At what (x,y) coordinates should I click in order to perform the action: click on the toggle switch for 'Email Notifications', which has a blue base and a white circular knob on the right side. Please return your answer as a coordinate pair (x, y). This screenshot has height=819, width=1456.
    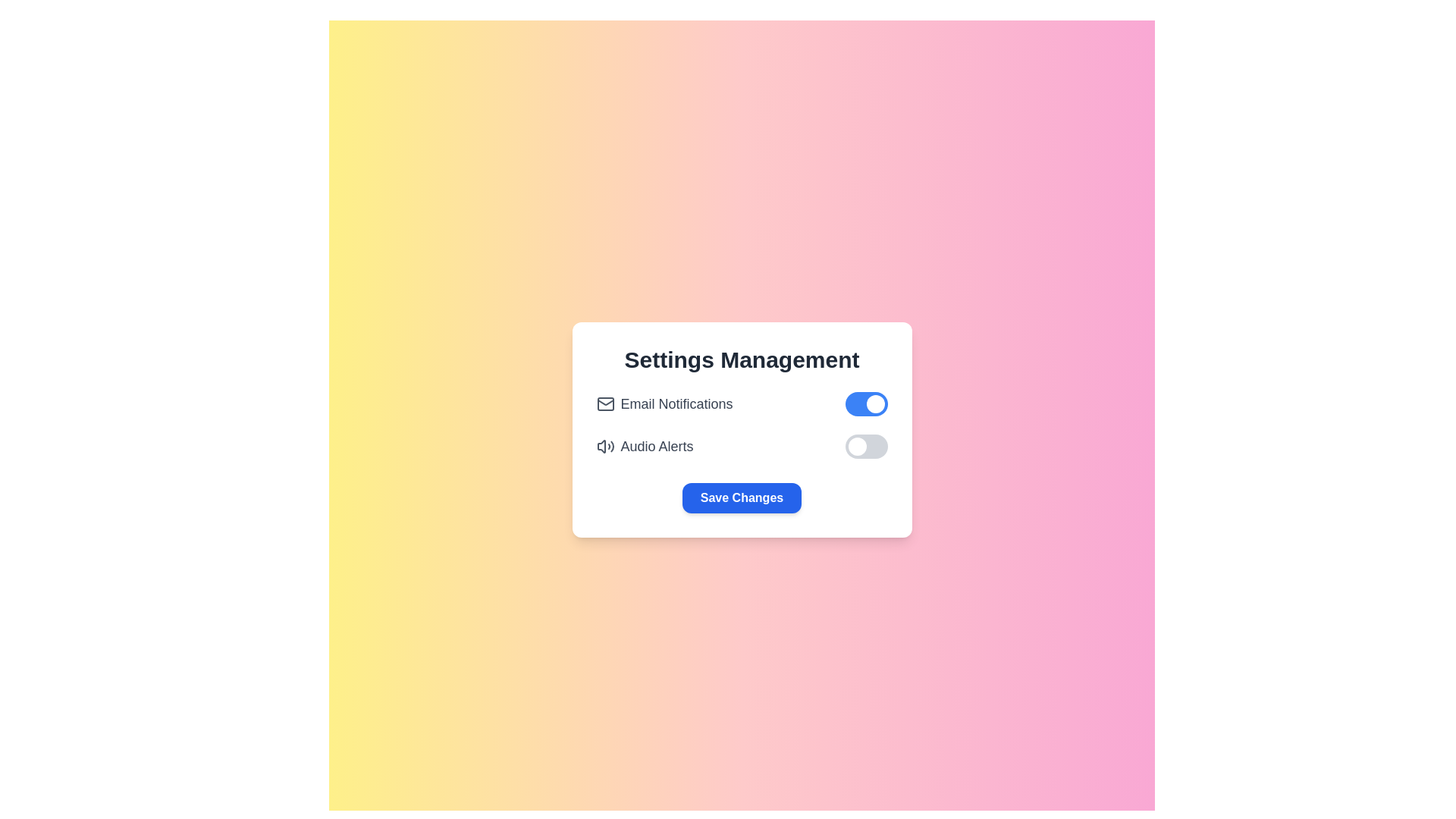
    Looking at the image, I should click on (866, 403).